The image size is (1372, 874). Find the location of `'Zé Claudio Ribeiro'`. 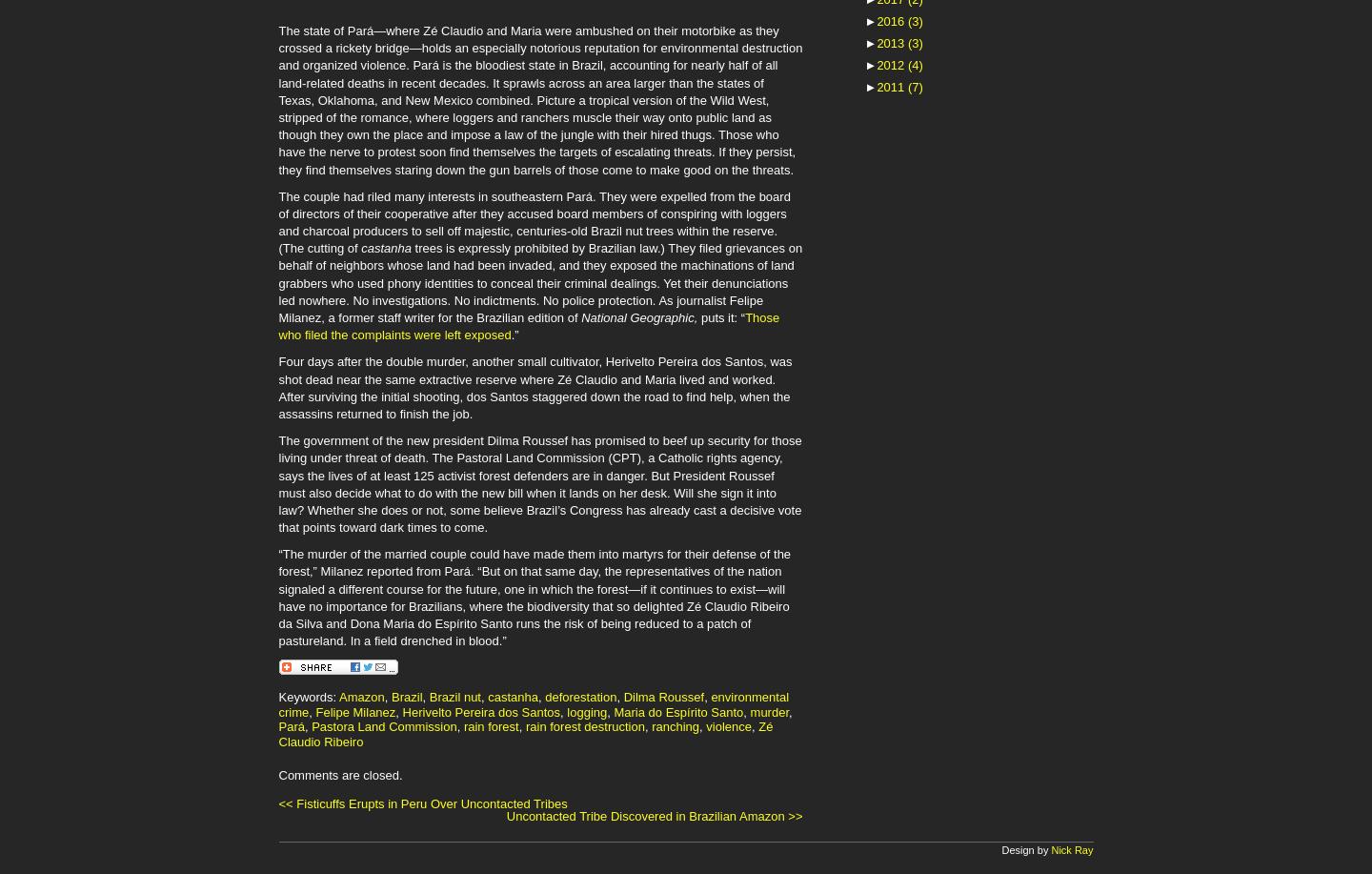

'Zé Claudio Ribeiro' is located at coordinates (525, 733).